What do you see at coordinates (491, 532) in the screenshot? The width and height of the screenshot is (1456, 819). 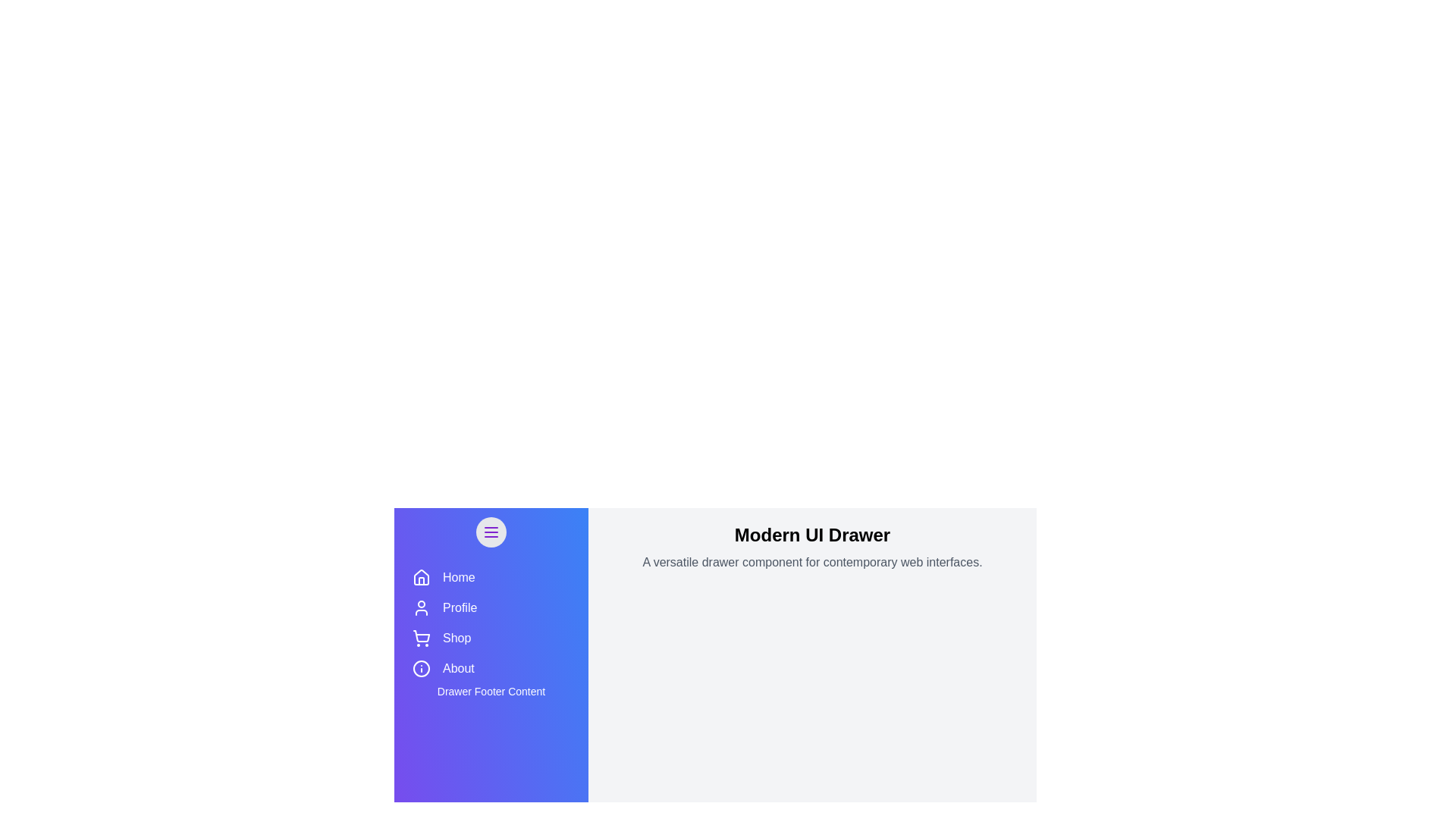 I see `menu button to toggle the drawer's open/close state` at bounding box center [491, 532].